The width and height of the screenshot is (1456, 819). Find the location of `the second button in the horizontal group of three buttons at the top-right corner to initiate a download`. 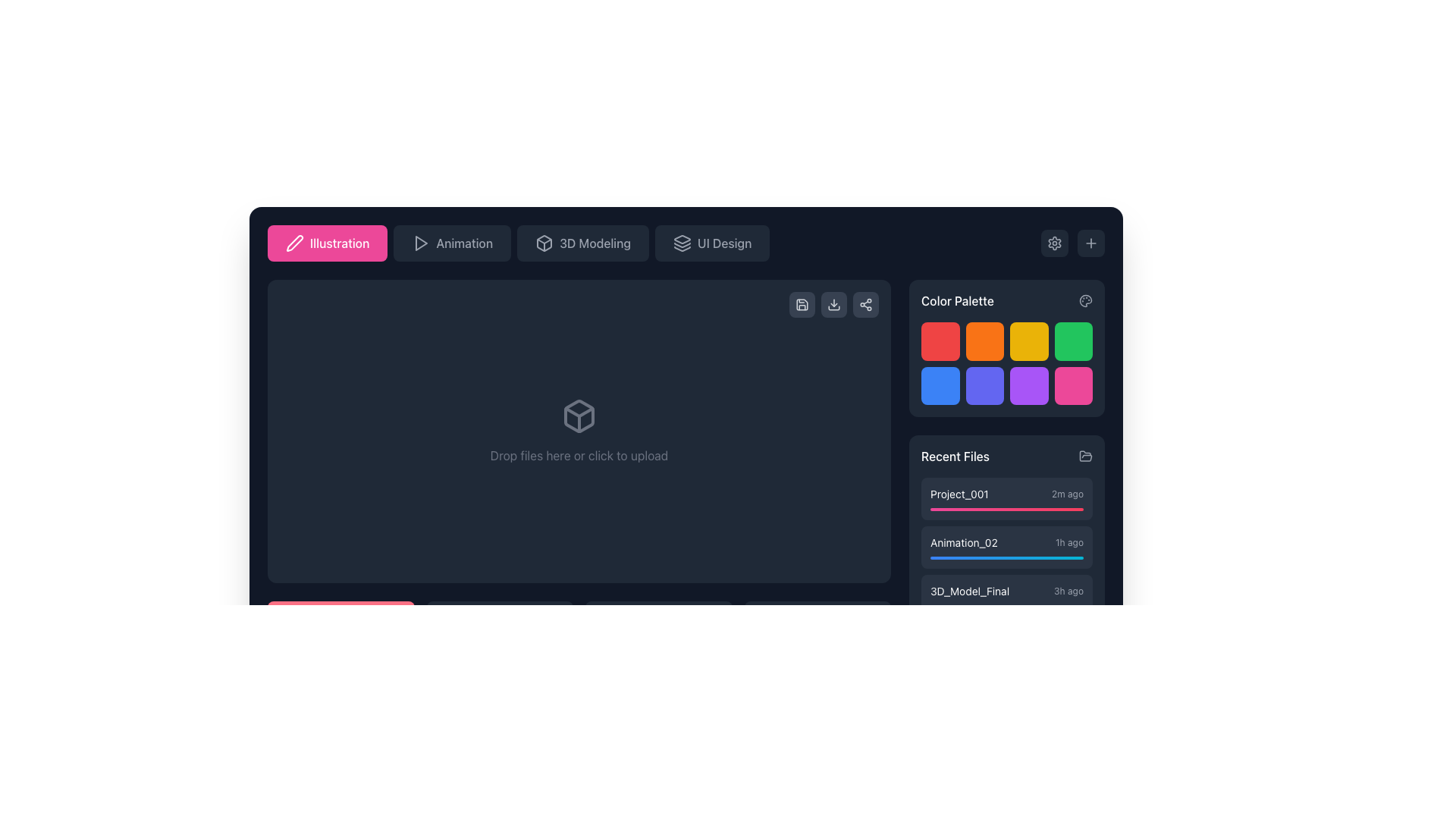

the second button in the horizontal group of three buttons at the top-right corner to initiate a download is located at coordinates (833, 304).